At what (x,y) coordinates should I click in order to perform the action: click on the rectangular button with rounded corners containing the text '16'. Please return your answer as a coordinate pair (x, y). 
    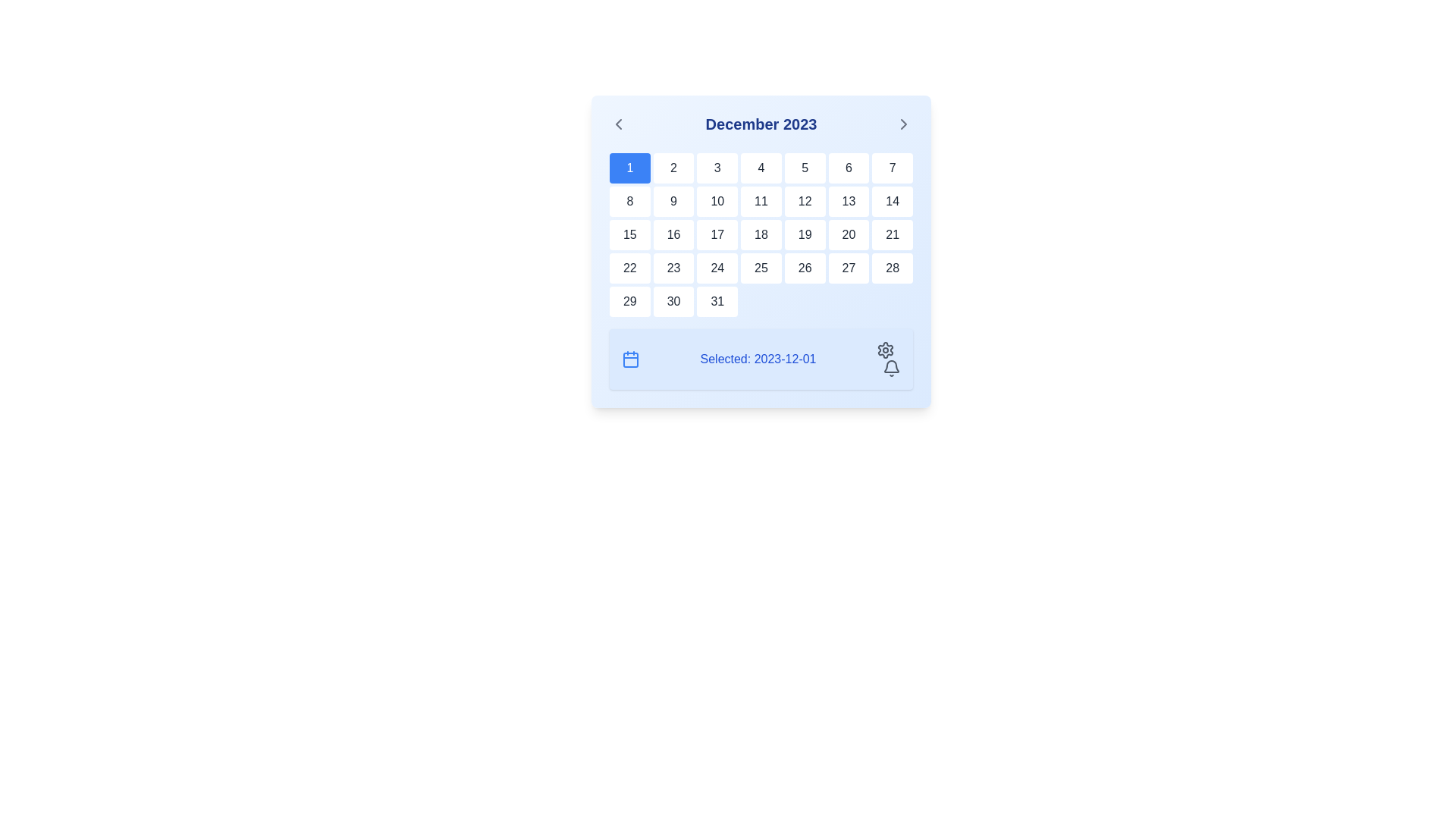
    Looking at the image, I should click on (673, 234).